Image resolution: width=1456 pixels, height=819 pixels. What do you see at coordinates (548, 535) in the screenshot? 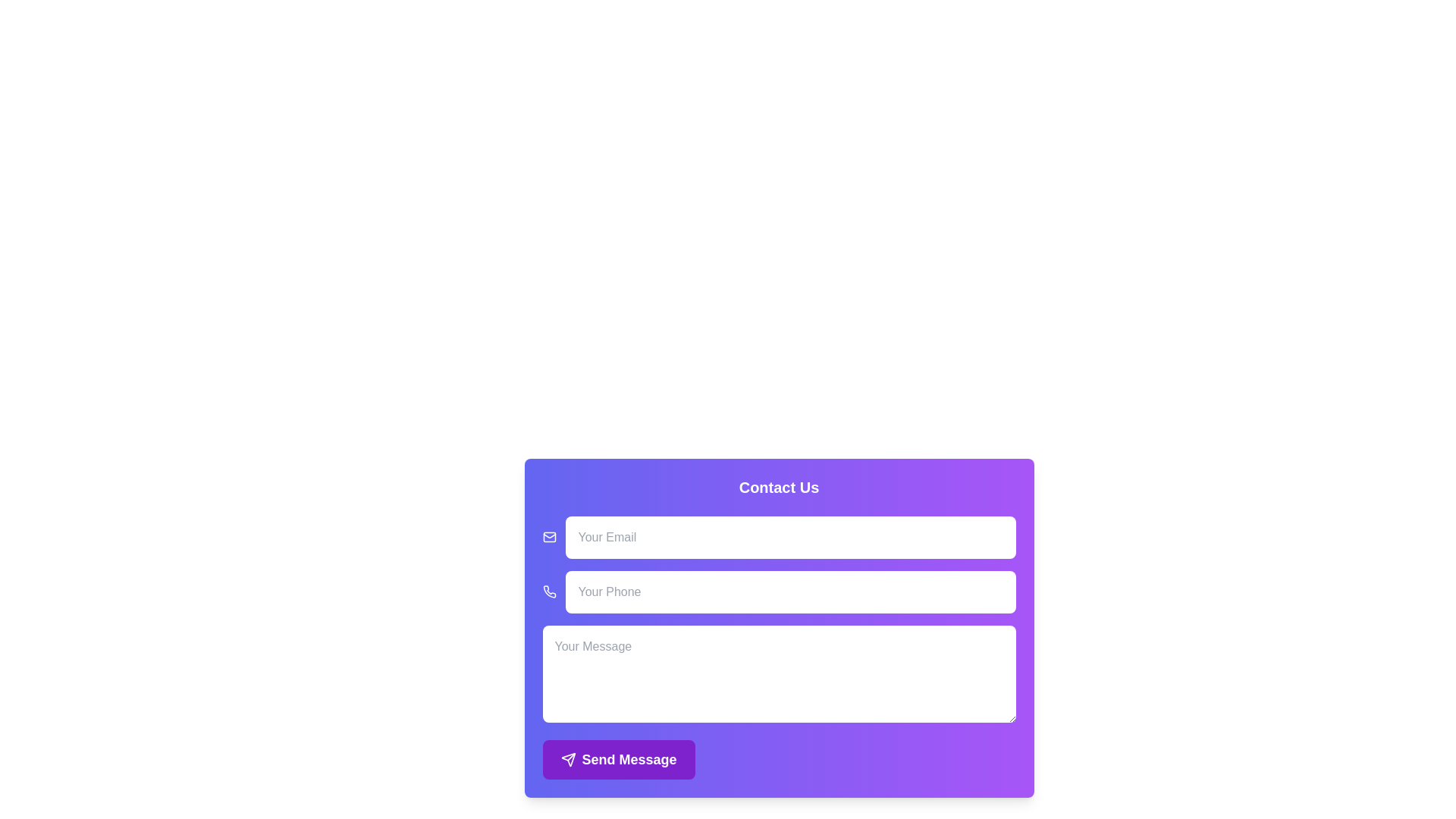
I see `the decorative SVG icon enhancing the 'Your Email' input field, located near the top-left corner of the input area` at bounding box center [548, 535].